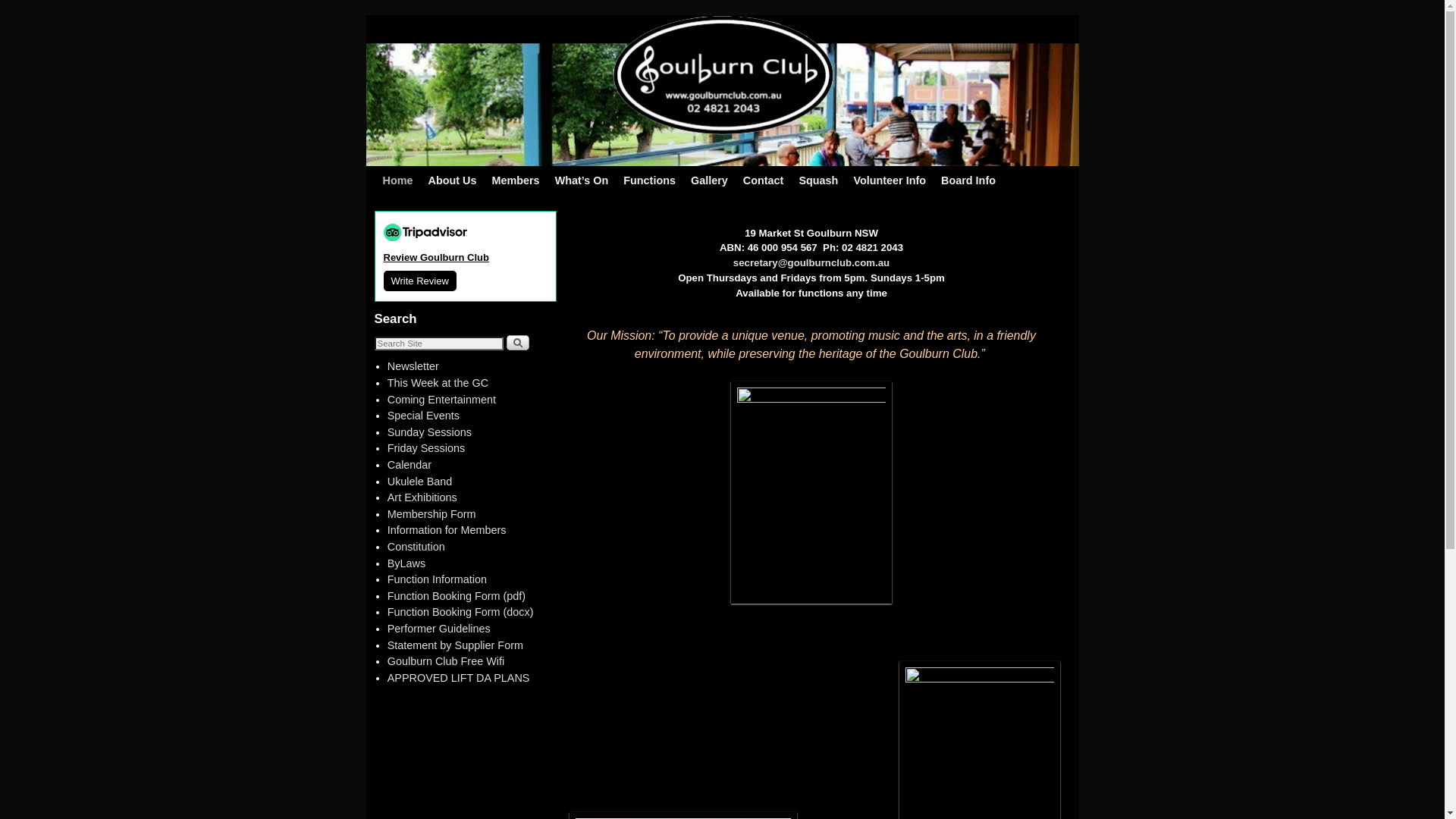 Image resolution: width=1456 pixels, height=819 pixels. What do you see at coordinates (438, 629) in the screenshot?
I see `'Performer Guidelines'` at bounding box center [438, 629].